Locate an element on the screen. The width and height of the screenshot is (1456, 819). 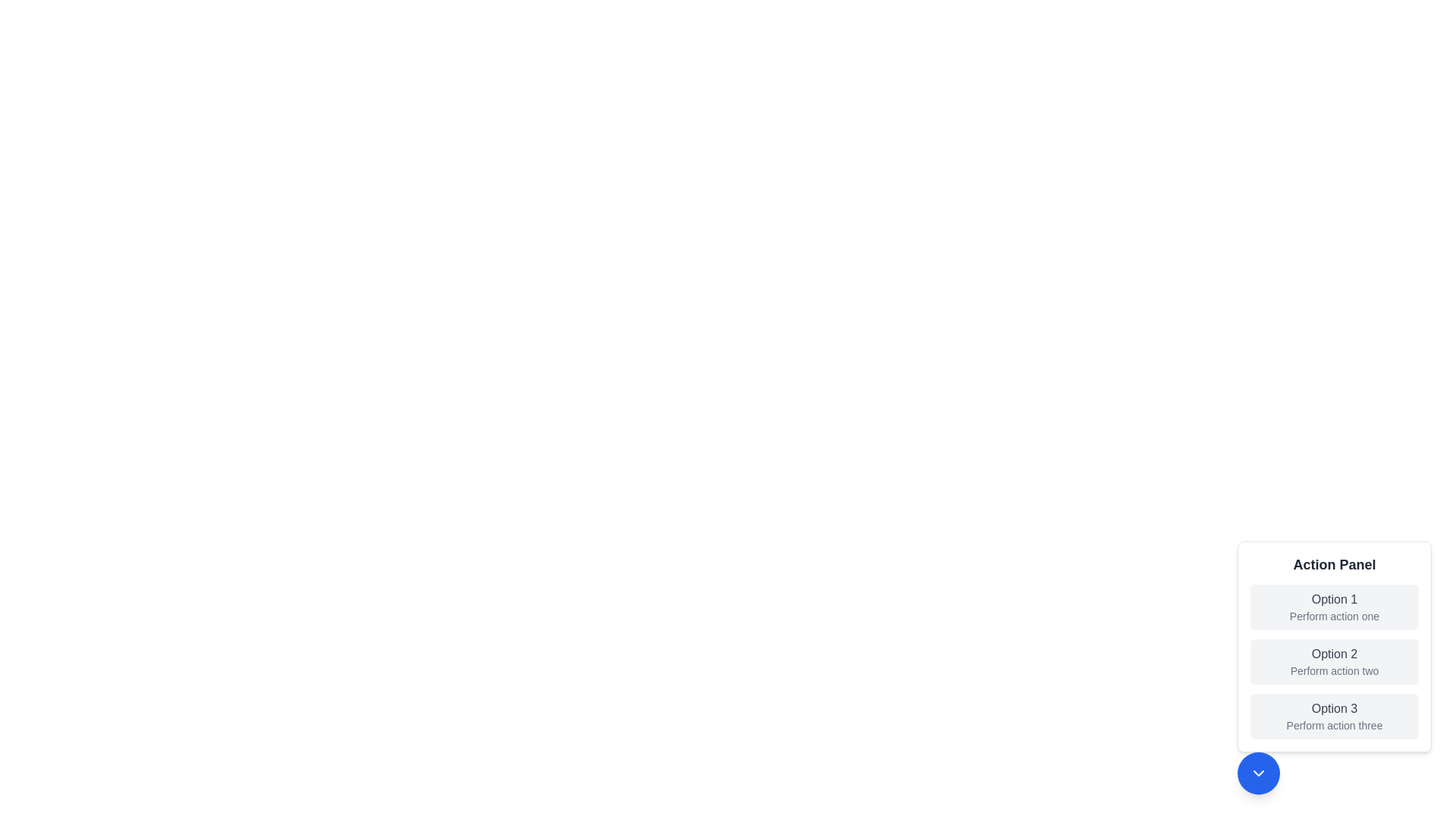
the button located at the bottom-most position of the 'Action Panel' menu is located at coordinates (1335, 717).